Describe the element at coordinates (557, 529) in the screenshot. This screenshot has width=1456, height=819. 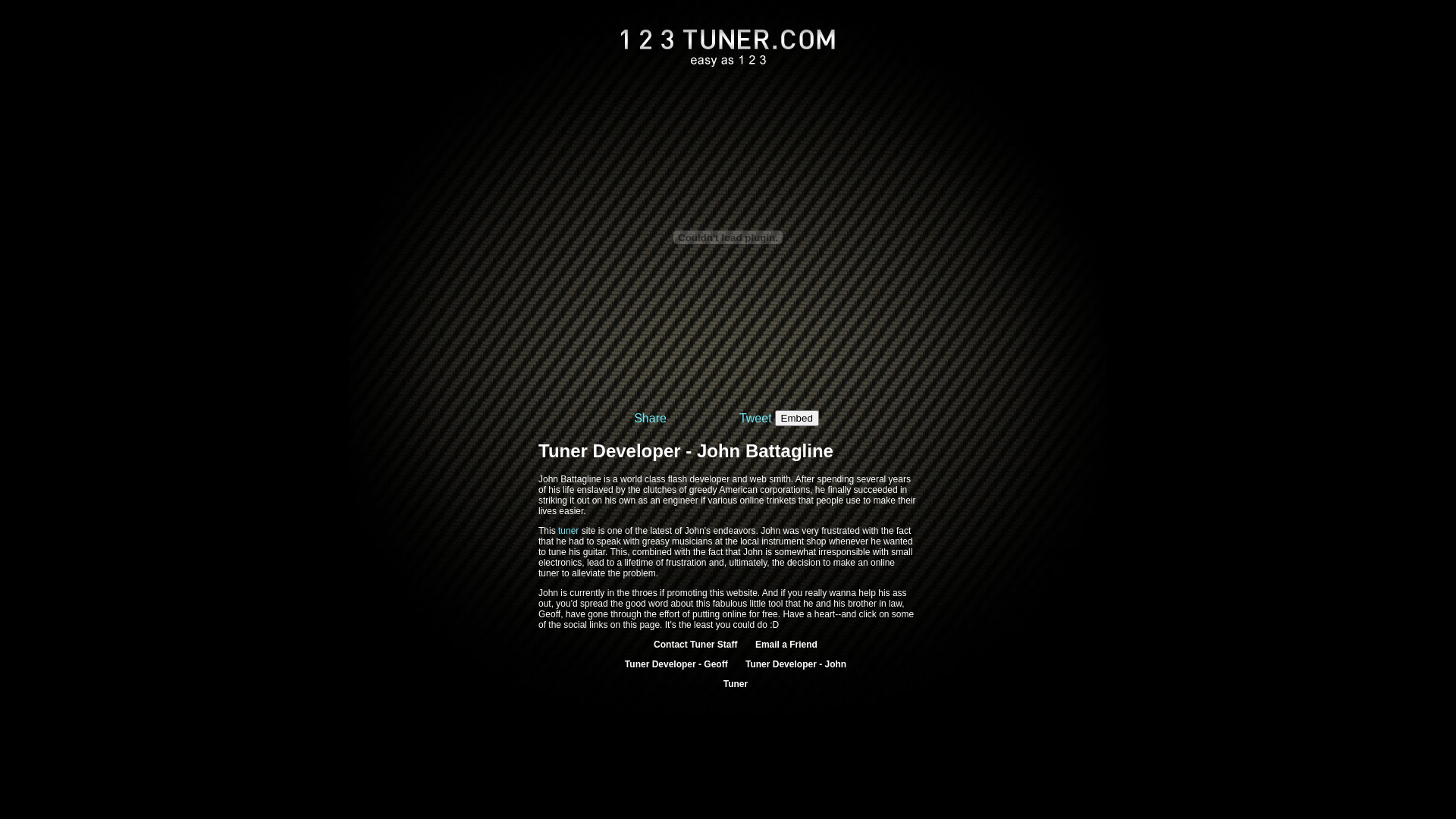
I see `'tuner'` at that location.